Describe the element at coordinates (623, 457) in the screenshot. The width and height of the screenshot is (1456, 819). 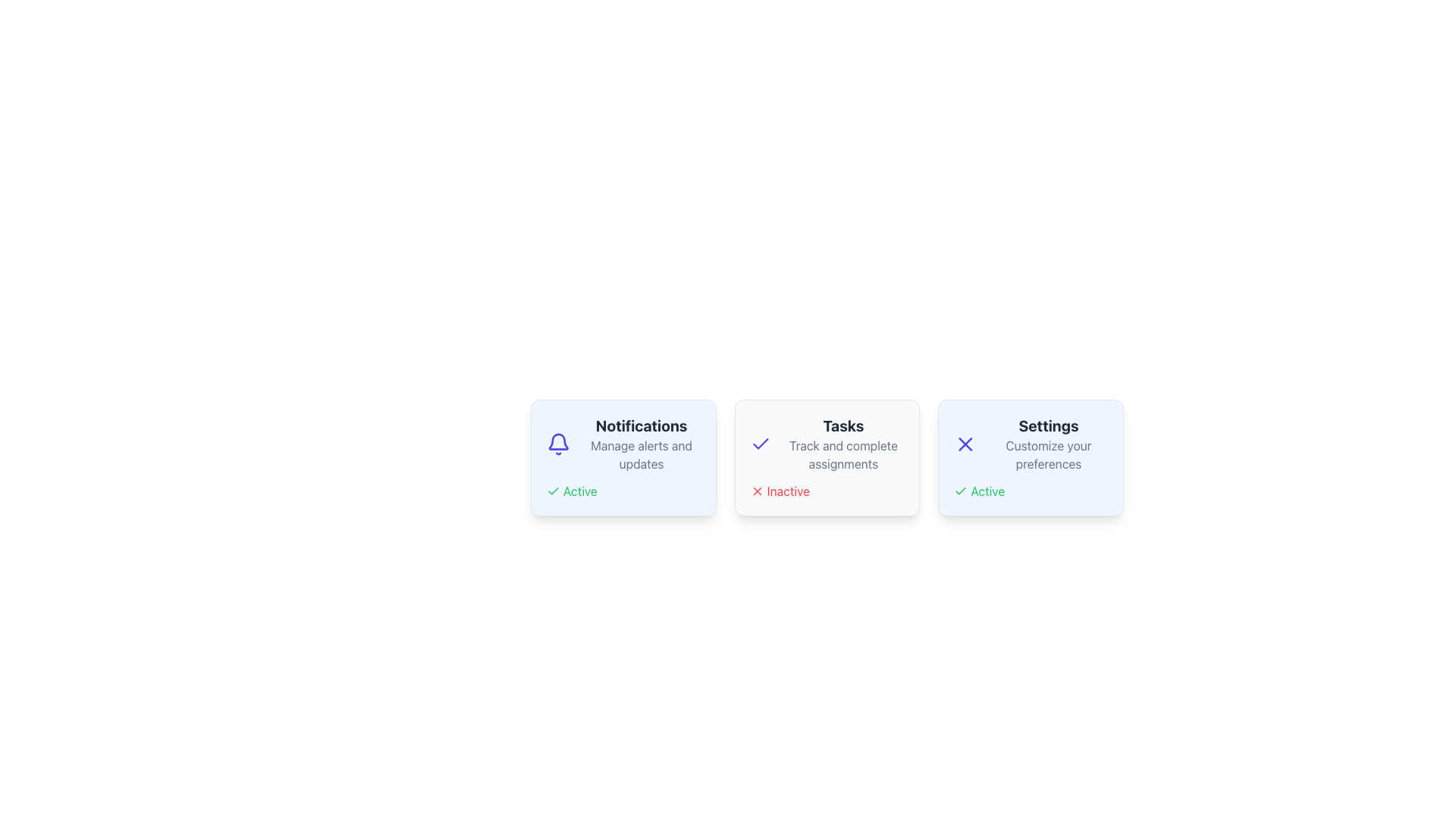
I see `the first card component in the grid layout that represents the notification management feature` at that location.